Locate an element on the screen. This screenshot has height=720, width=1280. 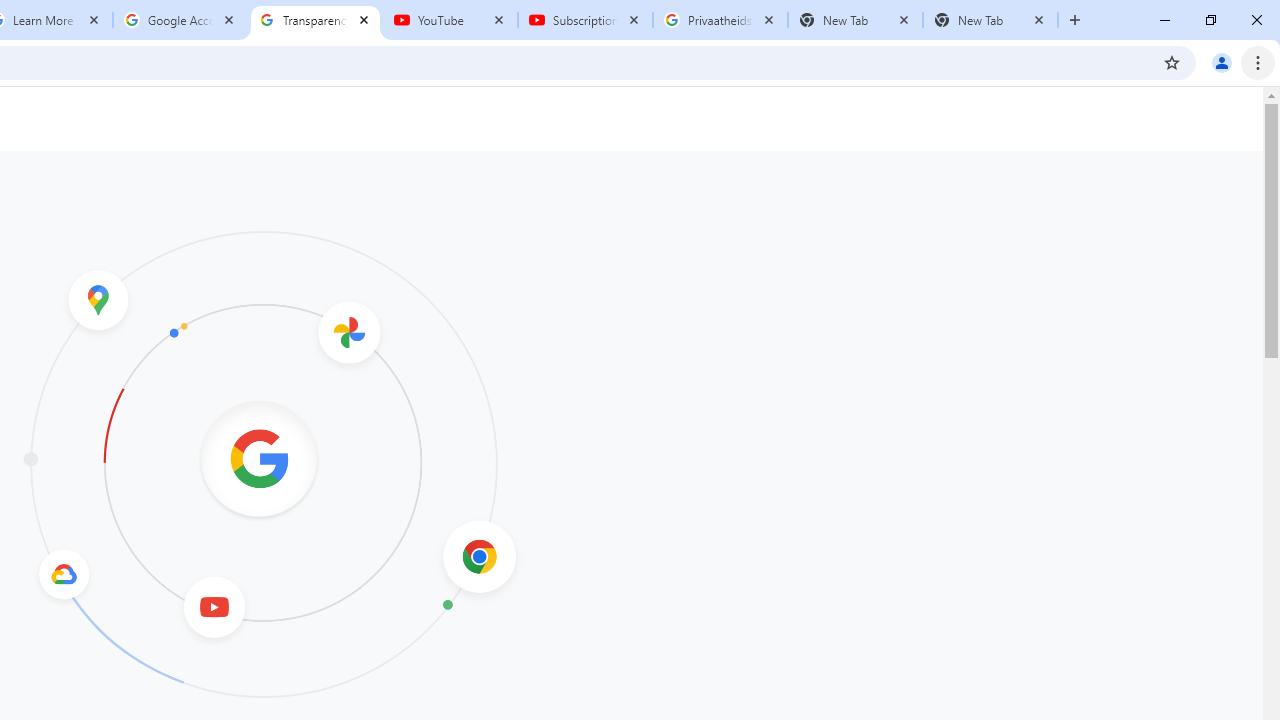
'Bookmark this tab' is located at coordinates (1171, 61).